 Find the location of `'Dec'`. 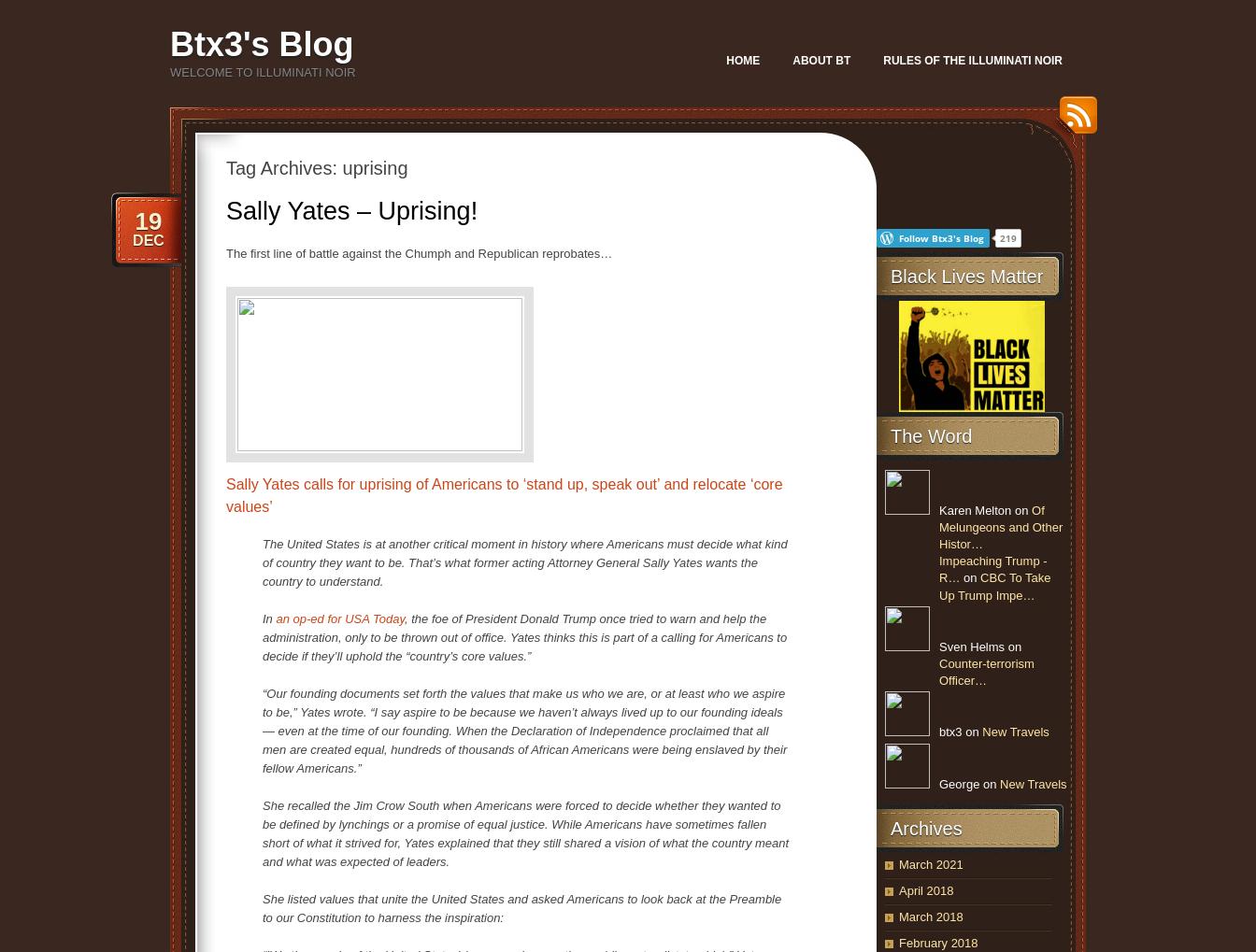

'Dec' is located at coordinates (148, 240).